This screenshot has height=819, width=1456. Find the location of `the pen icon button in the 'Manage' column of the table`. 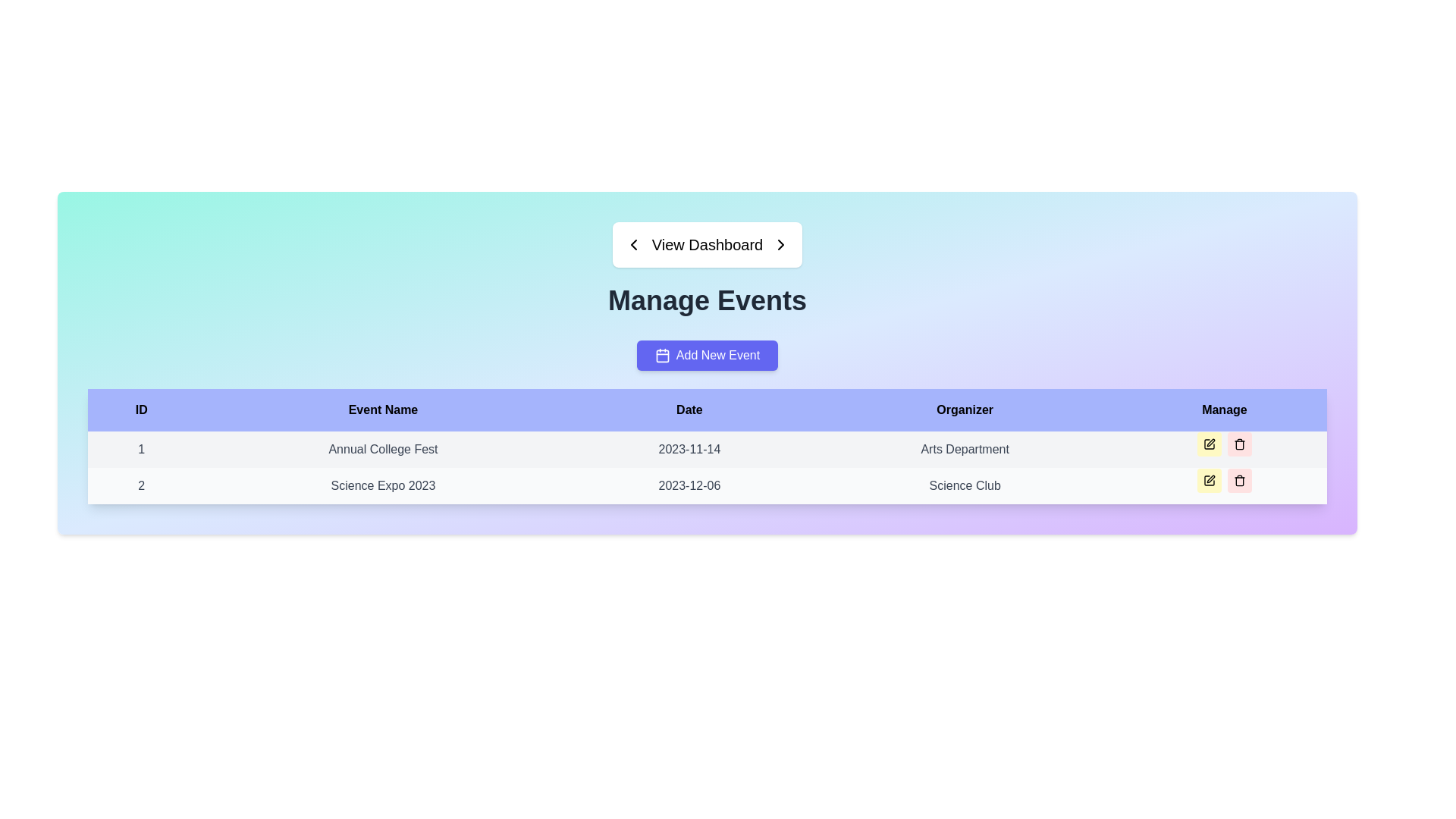

the pen icon button in the 'Manage' column of the table is located at coordinates (1208, 480).